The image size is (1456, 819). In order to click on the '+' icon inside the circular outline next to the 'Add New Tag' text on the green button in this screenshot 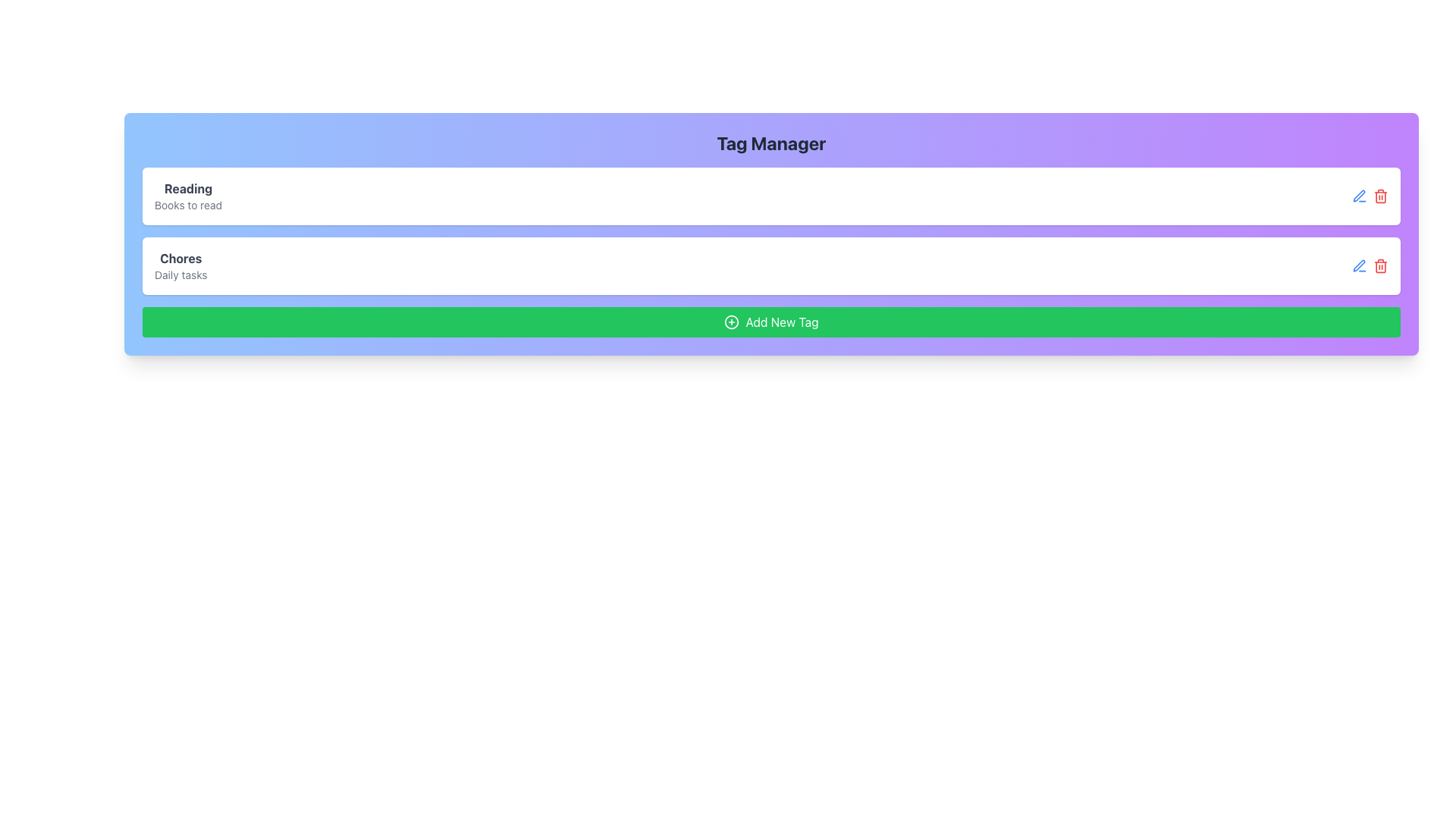, I will do `click(732, 321)`.